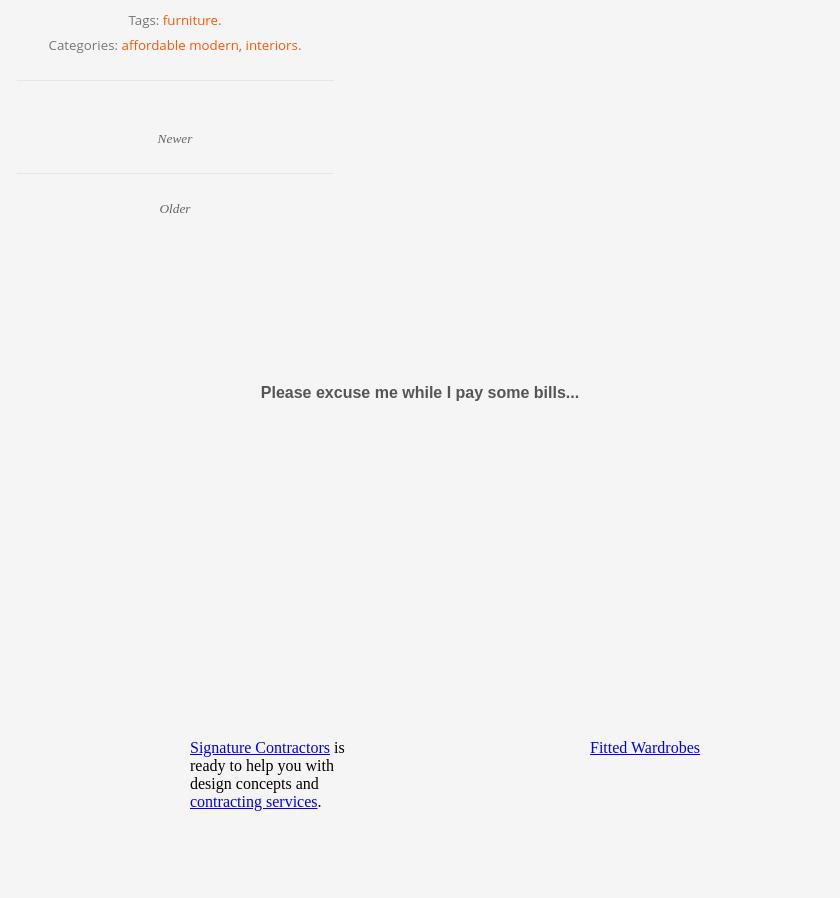 The width and height of the screenshot is (840, 898). Describe the element at coordinates (174, 207) in the screenshot. I see `'Older'` at that location.